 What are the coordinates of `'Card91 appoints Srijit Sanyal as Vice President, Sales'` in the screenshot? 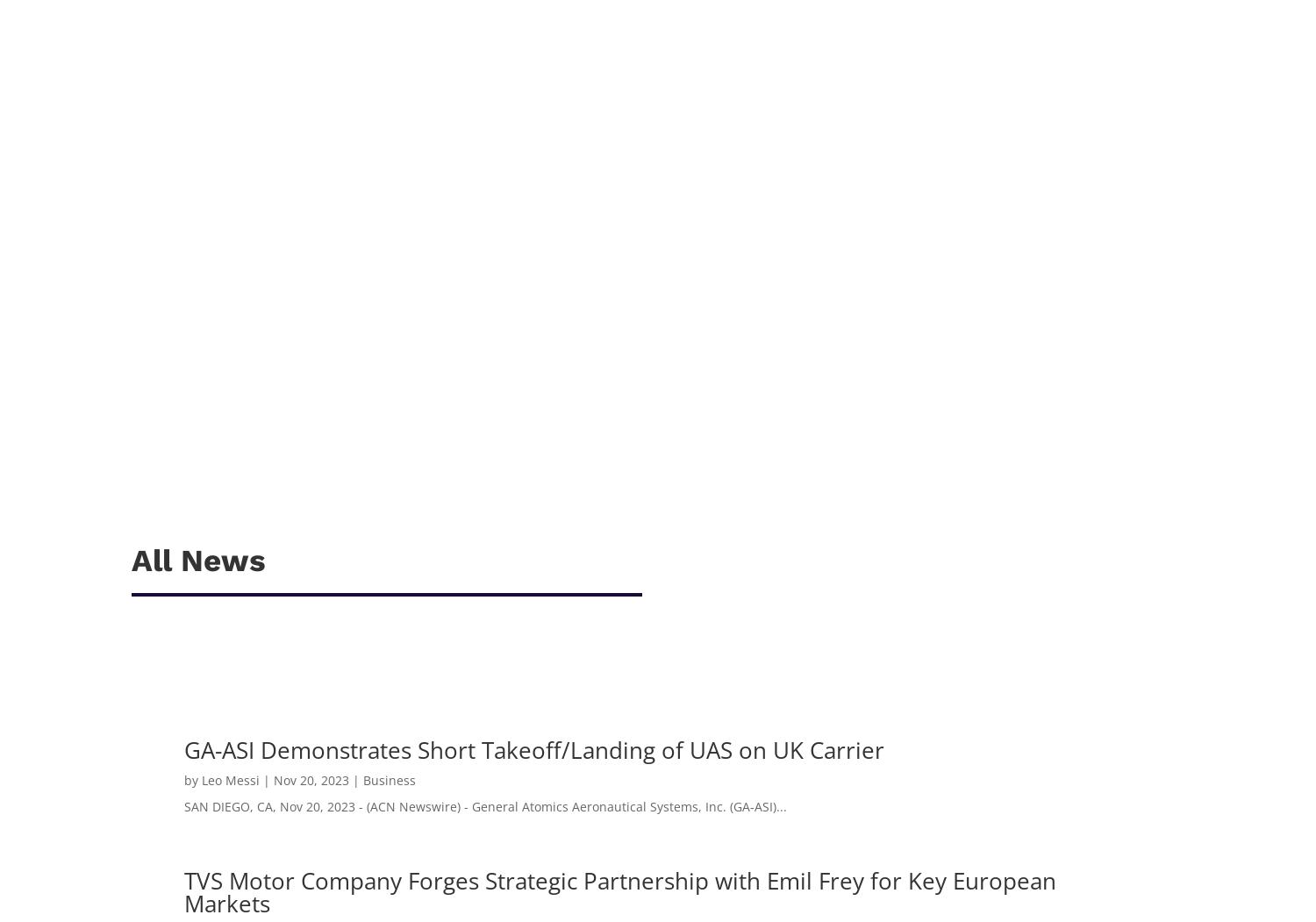 It's located at (150, 261).